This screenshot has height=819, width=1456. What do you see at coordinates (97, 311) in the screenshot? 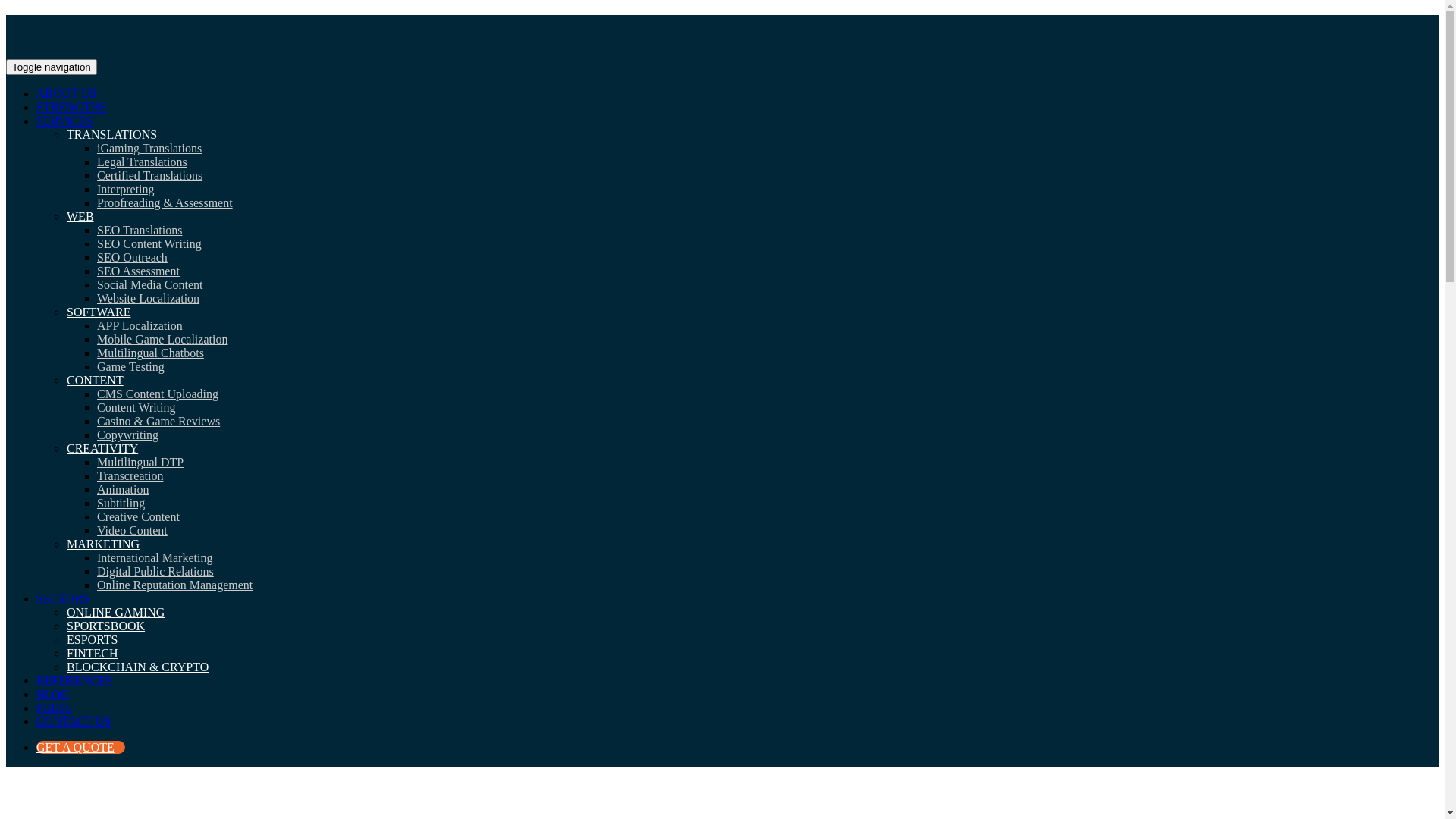
I see `'SOFTWARE'` at bounding box center [97, 311].